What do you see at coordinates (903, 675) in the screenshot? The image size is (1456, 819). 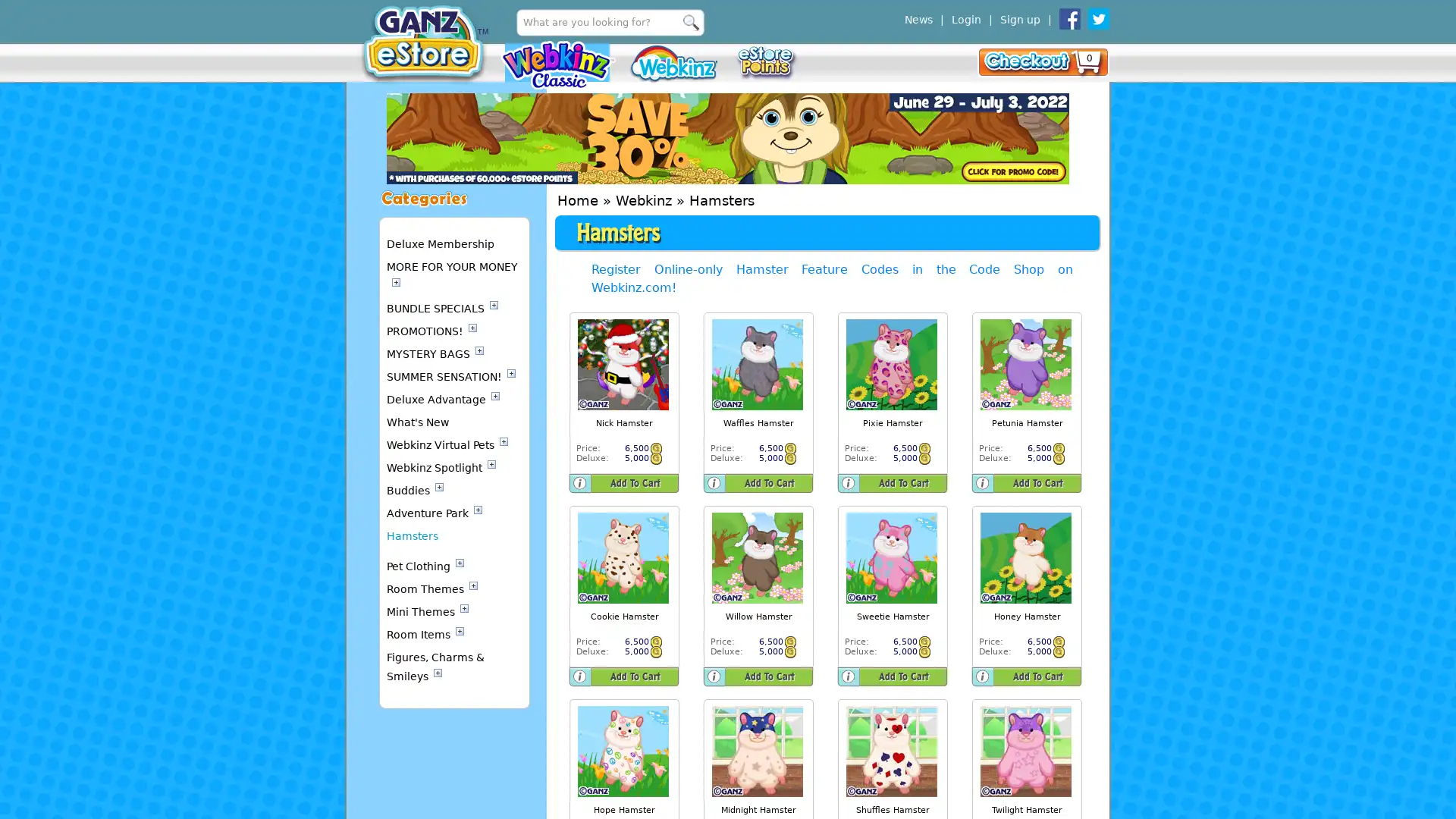 I see `Add To Cart` at bounding box center [903, 675].